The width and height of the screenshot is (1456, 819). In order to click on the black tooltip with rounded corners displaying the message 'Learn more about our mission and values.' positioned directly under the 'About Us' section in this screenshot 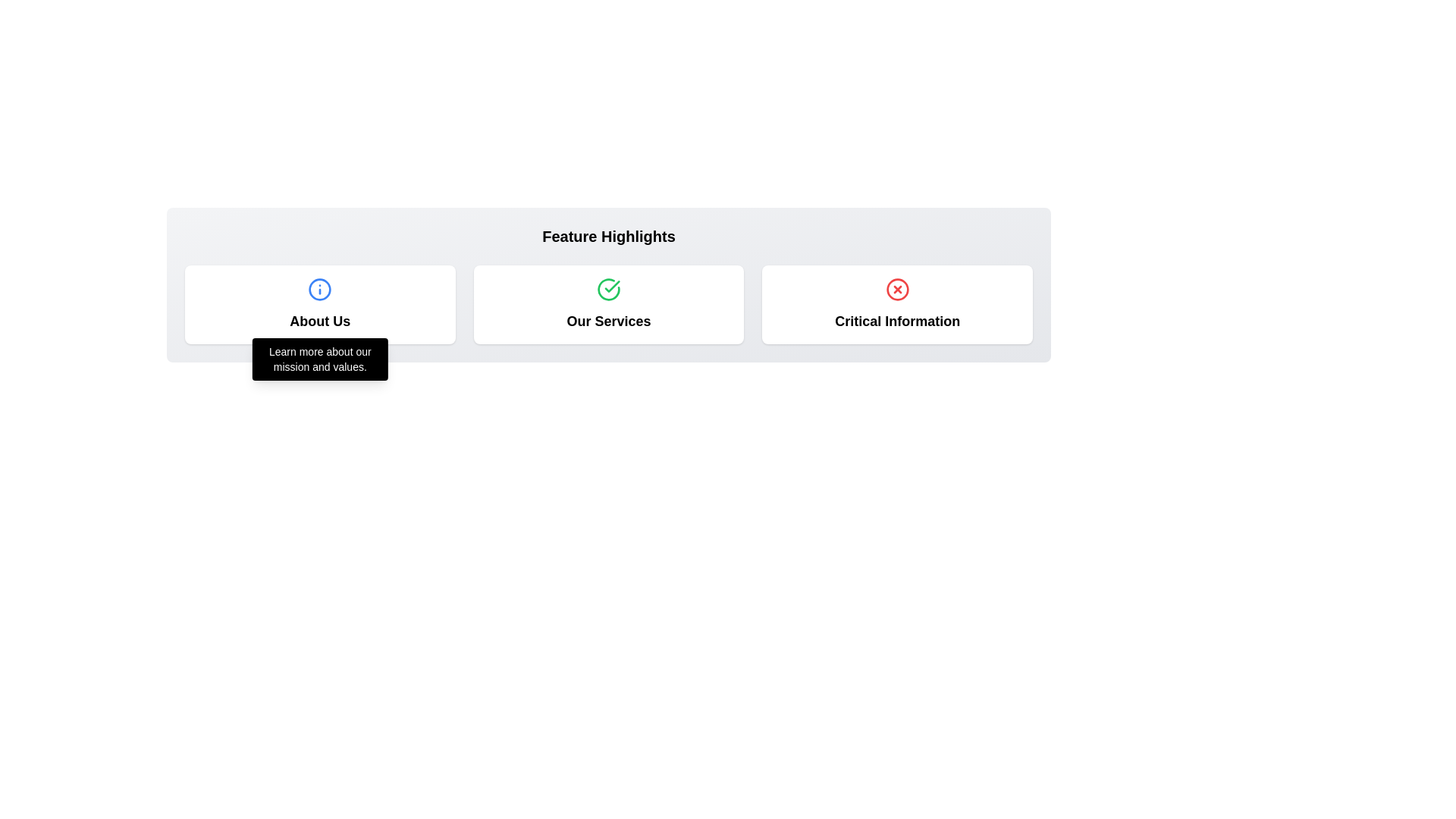, I will do `click(319, 359)`.